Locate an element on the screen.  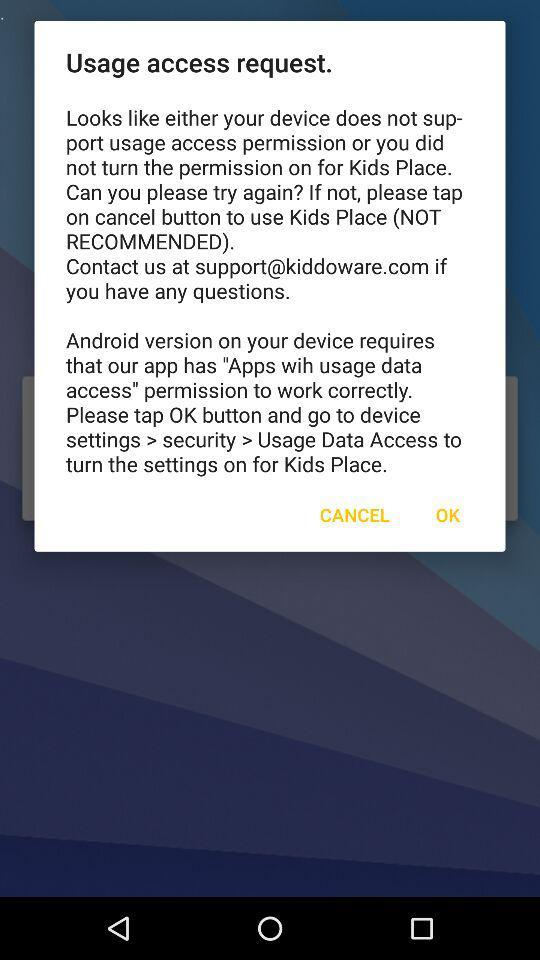
the icon to the right of cancel icon is located at coordinates (447, 513).